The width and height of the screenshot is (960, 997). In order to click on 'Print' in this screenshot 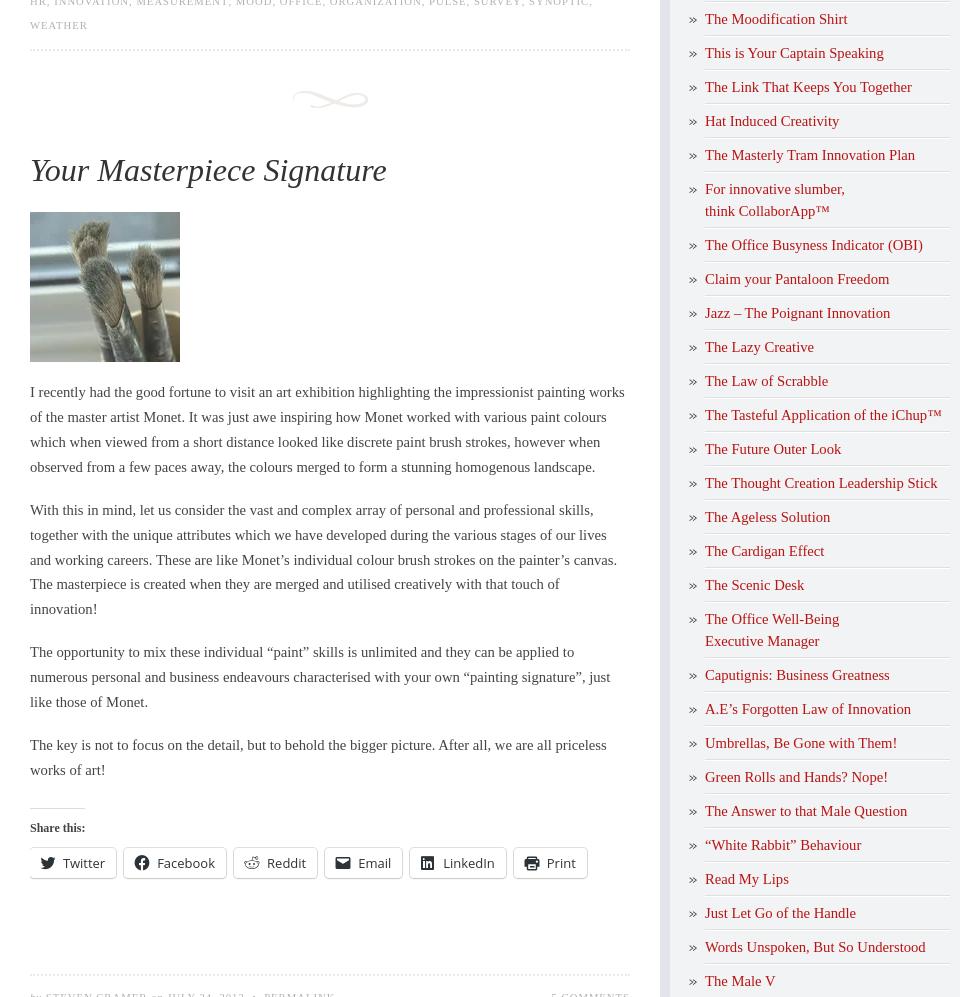, I will do `click(545, 861)`.